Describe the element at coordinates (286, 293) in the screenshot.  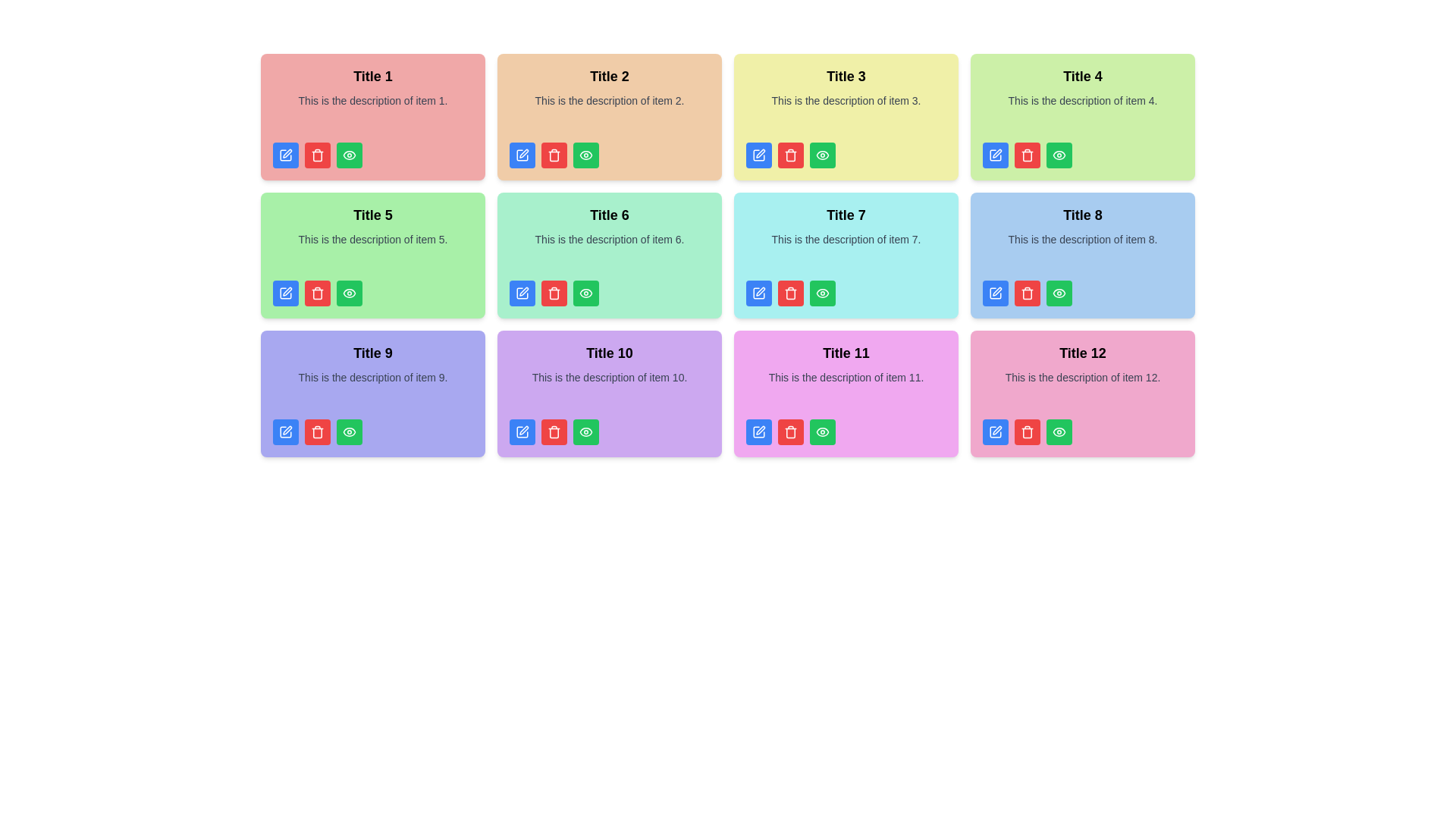
I see `the graphical part of the button icon that represents a pencil overlapping a square, styled with a simple blue line design, located within the blue button at the bottom-left corner of the card labeled 'Title 5'` at that location.